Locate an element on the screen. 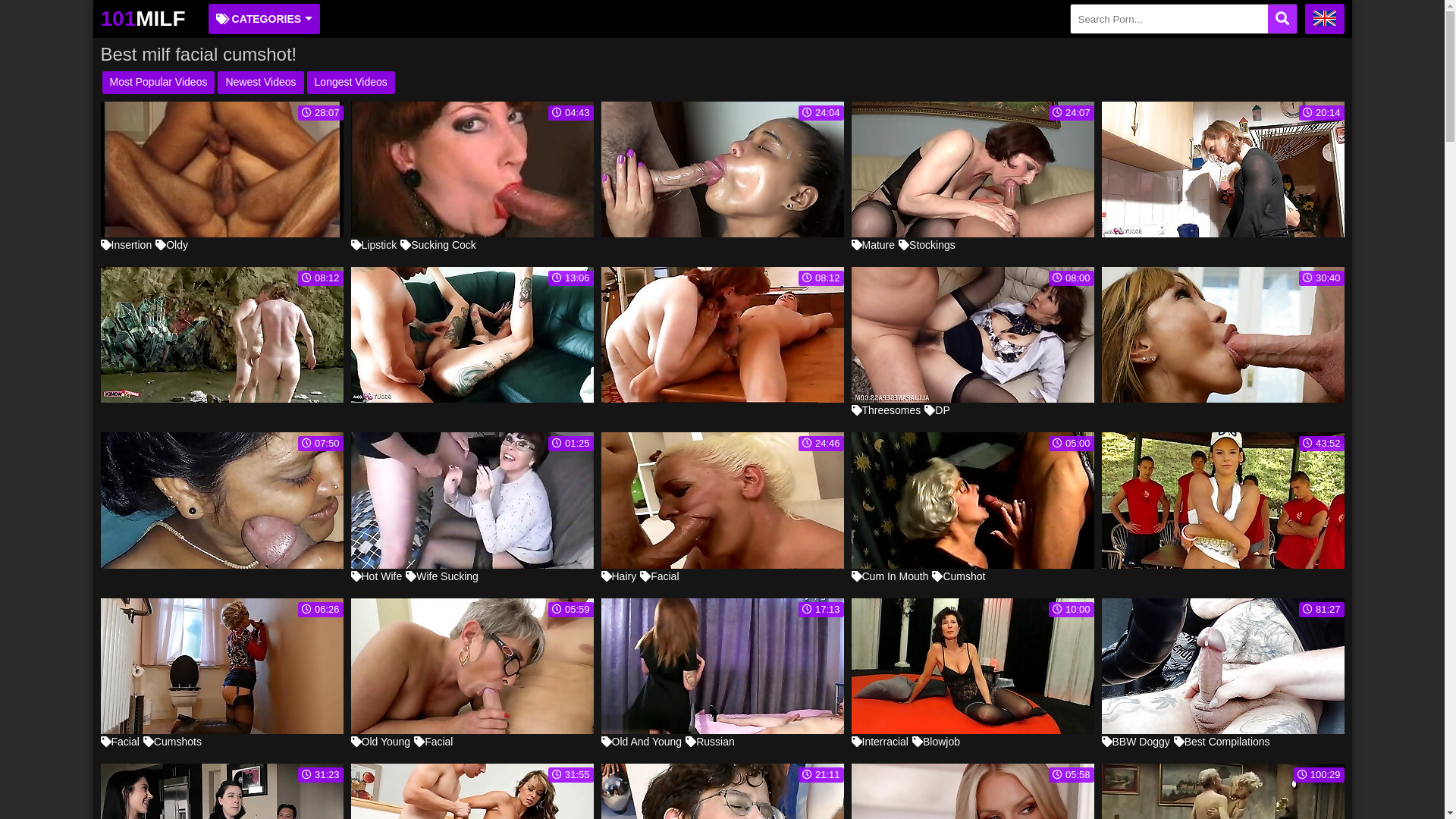 This screenshot has width=1456, height=819. 'CATEGORIES' is located at coordinates (207, 18).